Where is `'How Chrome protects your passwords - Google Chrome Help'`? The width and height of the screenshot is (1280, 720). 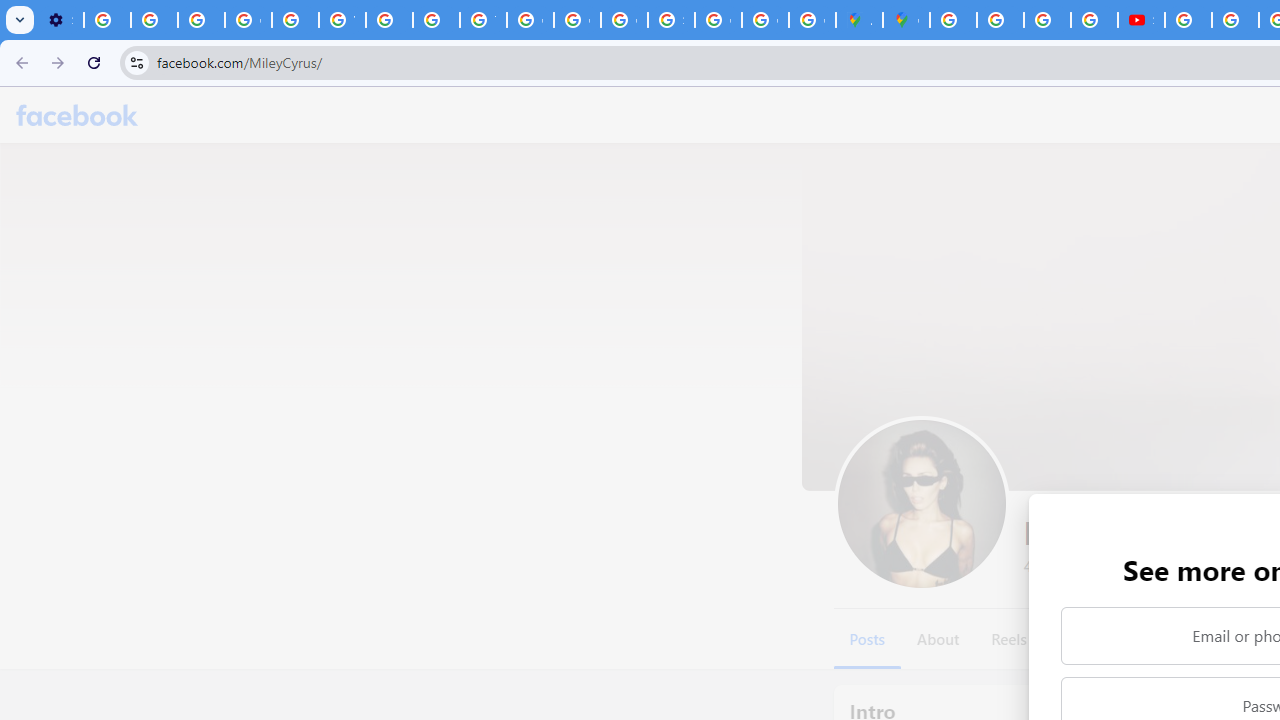
'How Chrome protects your passwords - Google Chrome Help' is located at coordinates (1188, 20).